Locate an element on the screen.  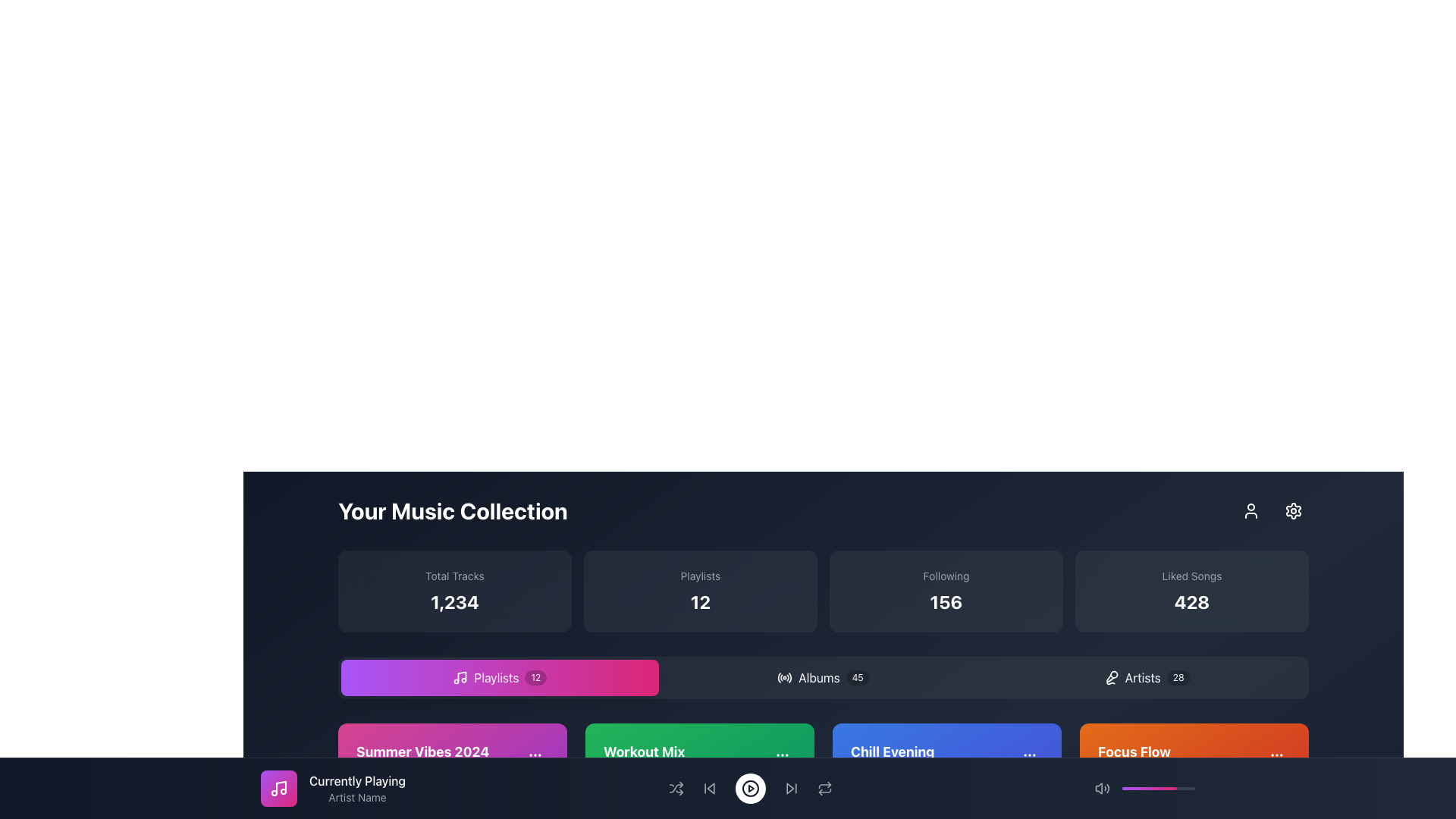
the Information Display element that shows 'Workout Mix' in bold and '18 tracks' beneath it, centrally aligned within the green rectangular card in the second row of playlist cards is located at coordinates (698, 761).